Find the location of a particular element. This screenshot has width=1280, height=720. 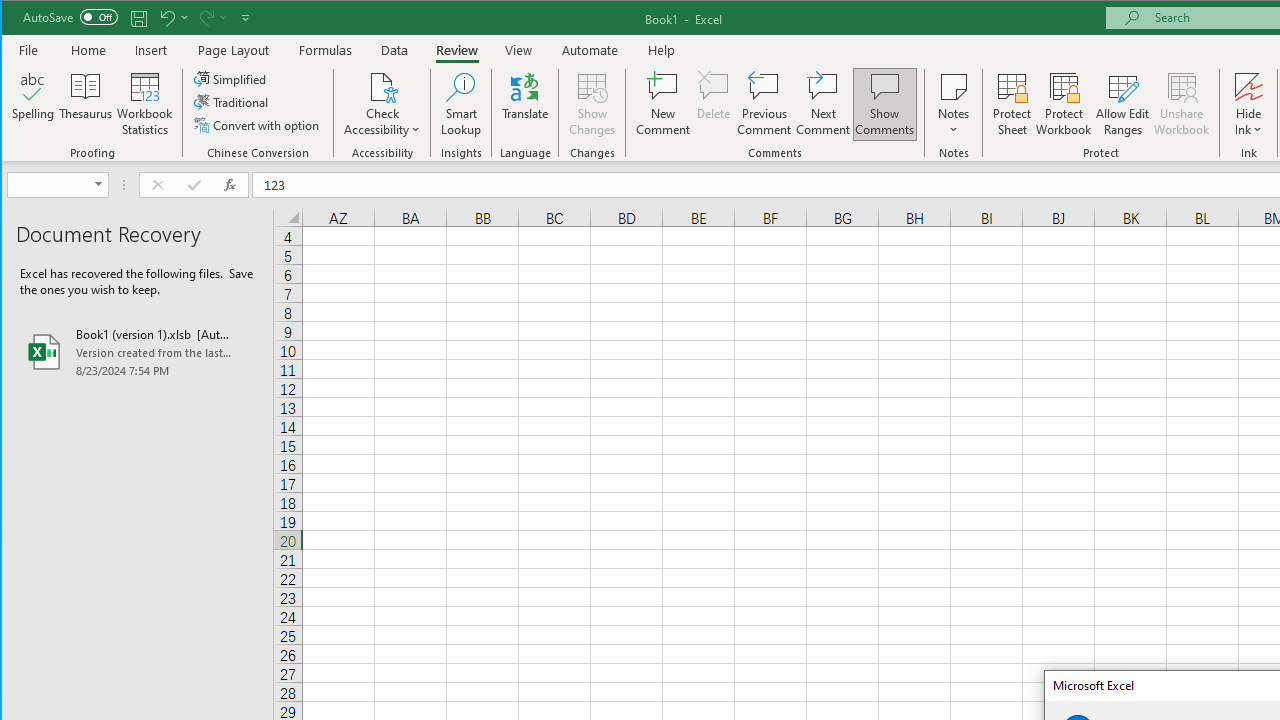

'Customize Quick Access Toolbar' is located at coordinates (244, 17).